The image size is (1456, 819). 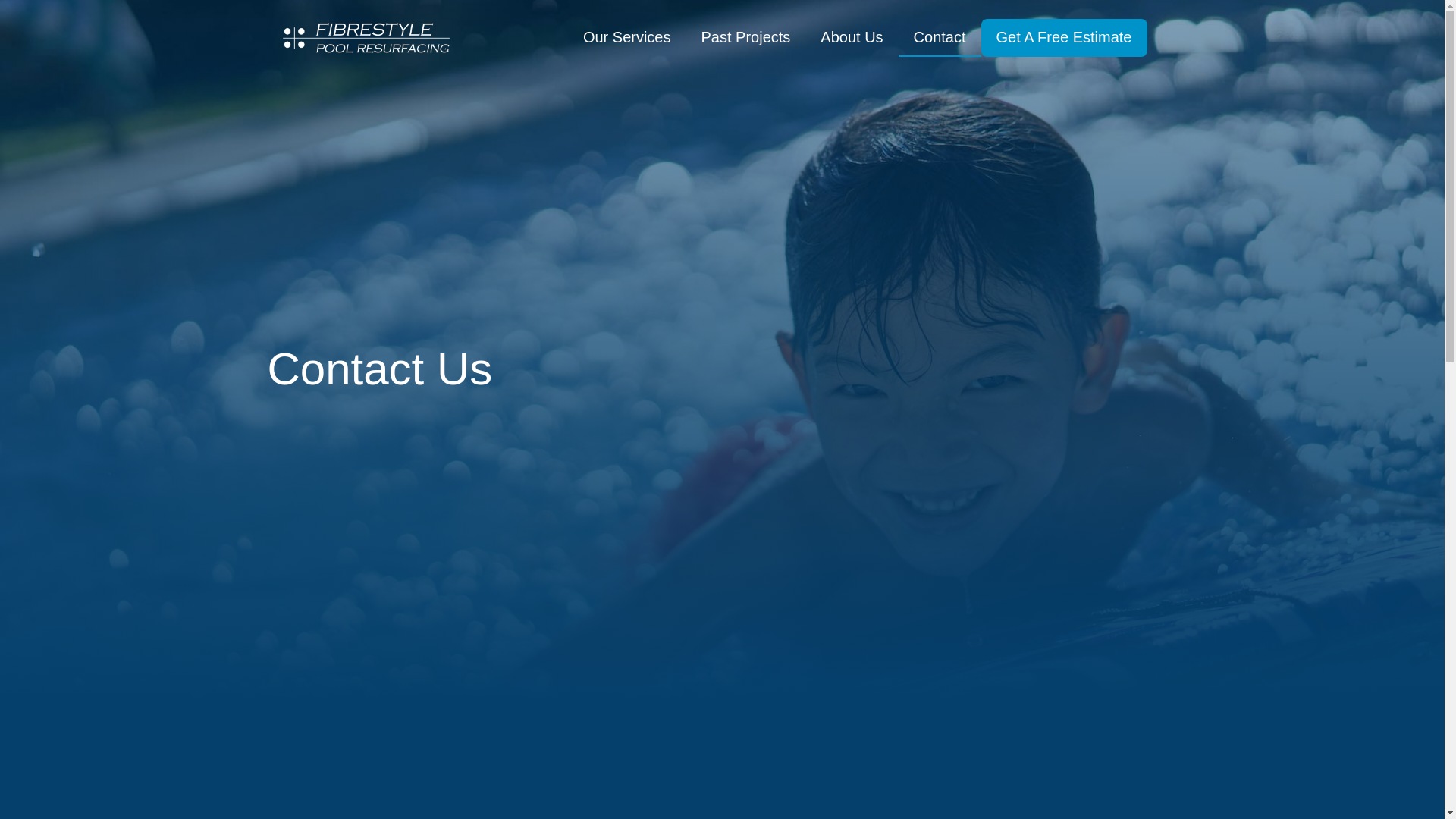 What do you see at coordinates (852, 37) in the screenshot?
I see `'About Us'` at bounding box center [852, 37].